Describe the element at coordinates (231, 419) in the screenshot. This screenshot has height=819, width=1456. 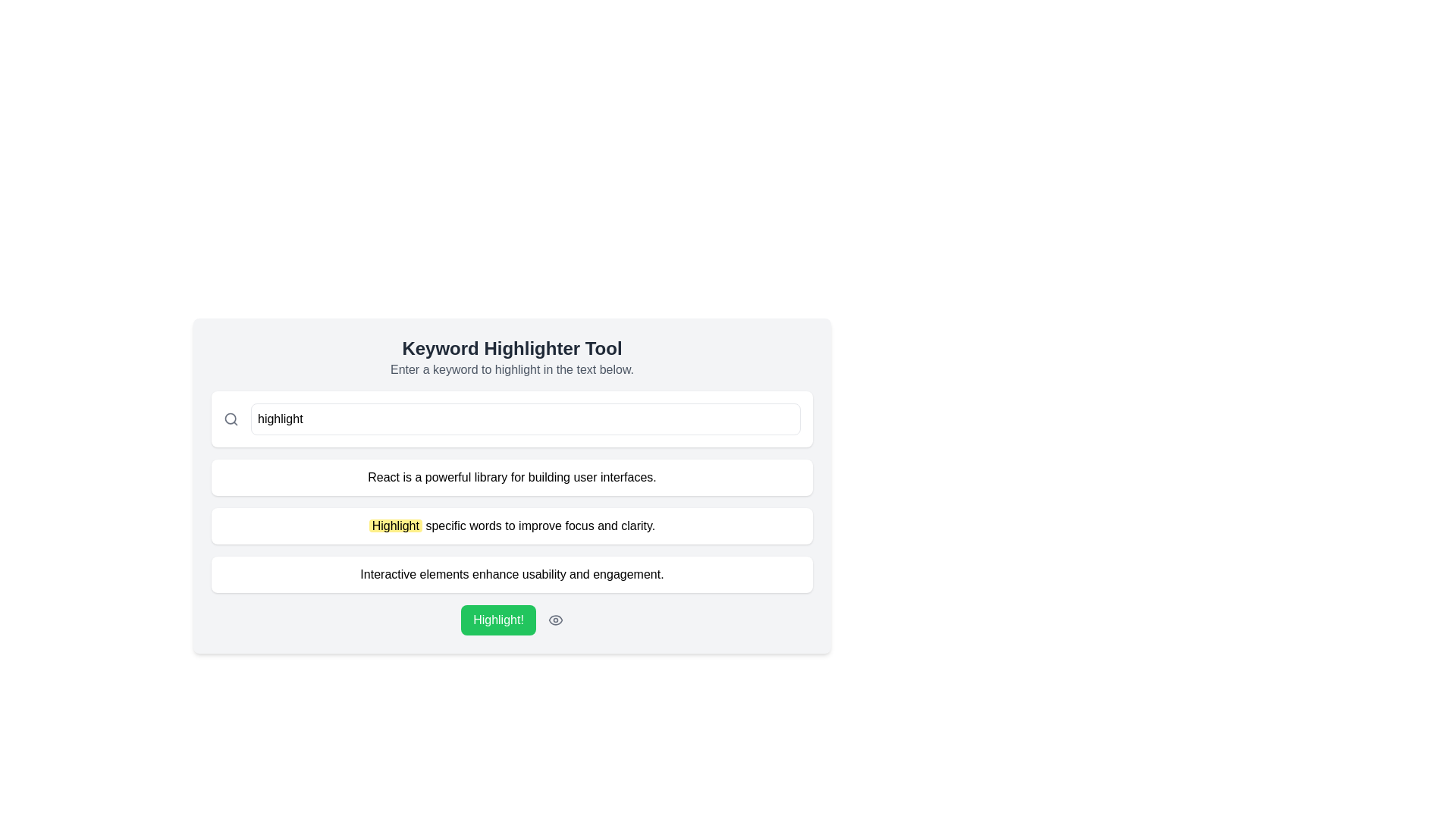
I see `the search icon located on the left side of the input box labeled 'Type a word` at that location.